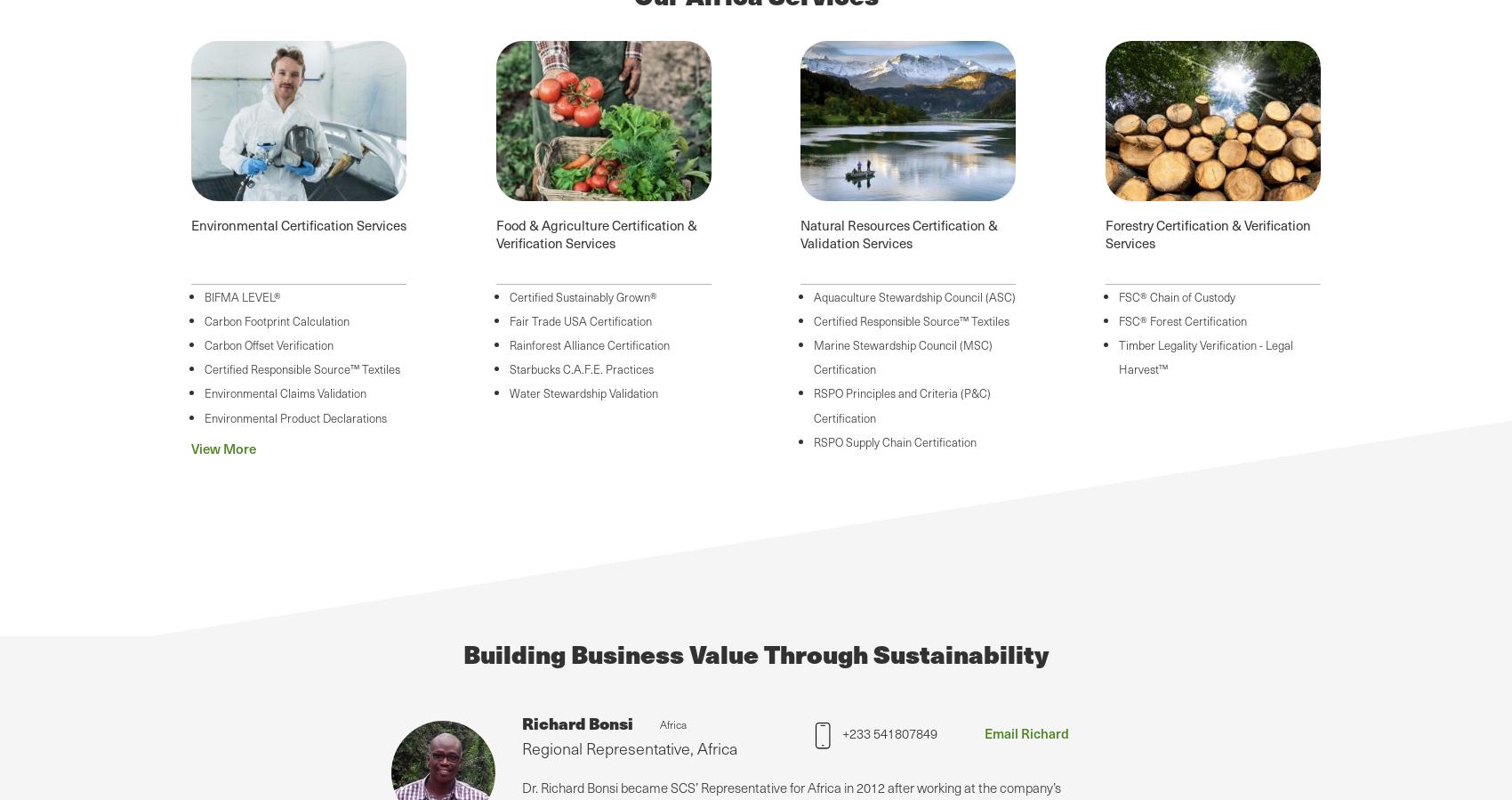 This screenshot has height=800, width=1512. I want to click on 'FSC® Forest Certification', so click(1182, 319).